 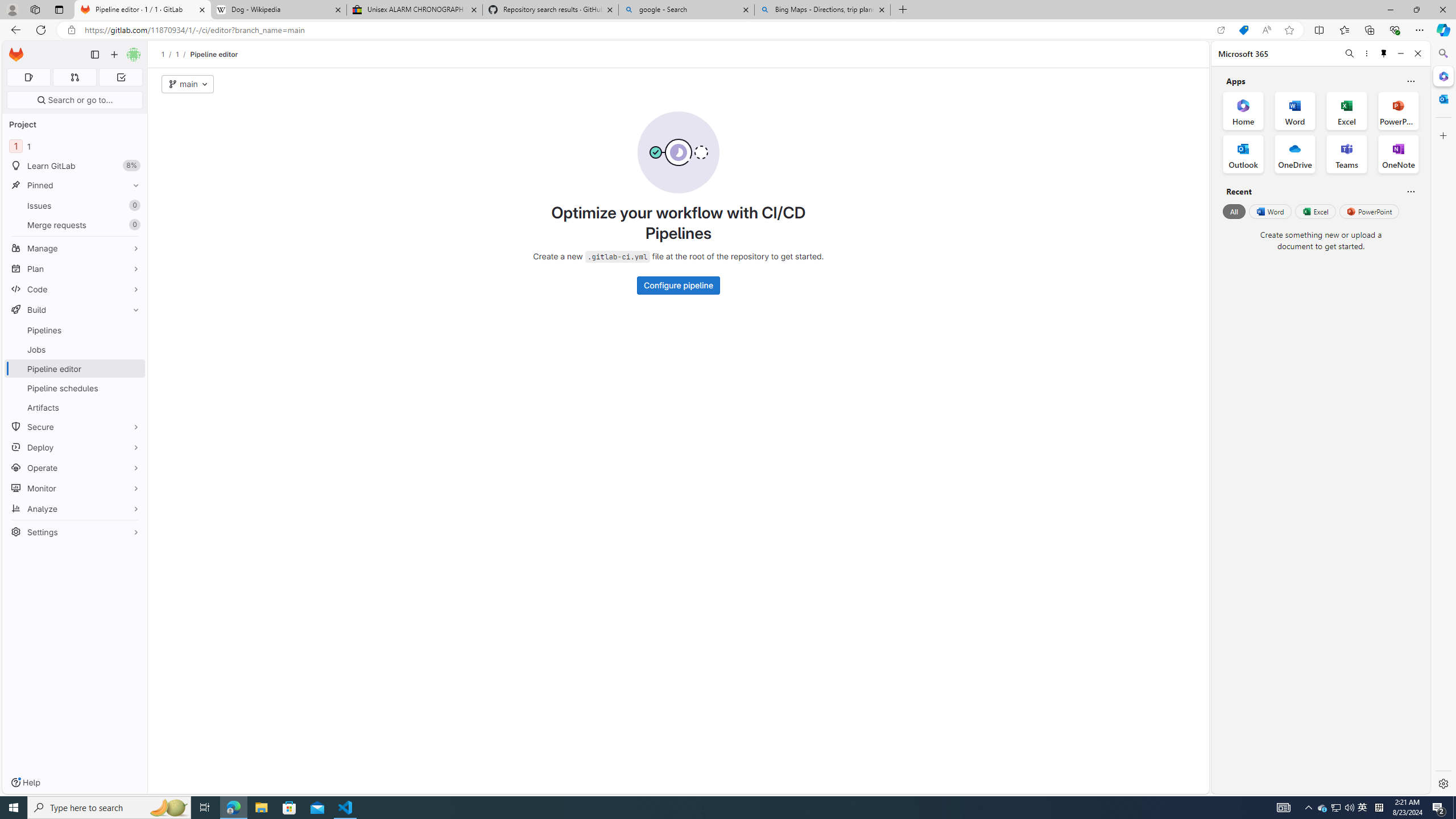 I want to click on 'PowerPoint Office App', so click(x=1398, y=111).